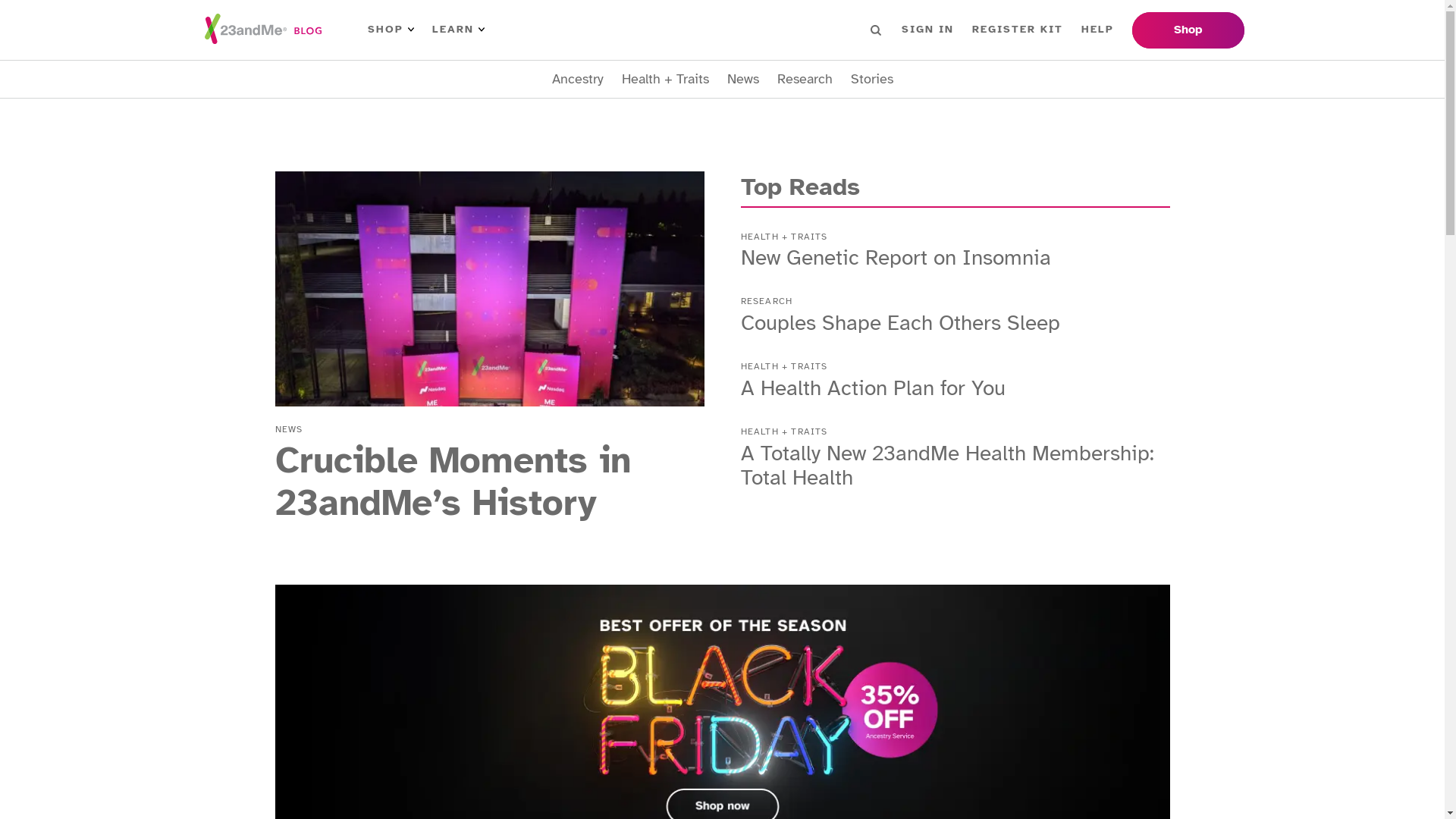 The width and height of the screenshot is (1456, 819). I want to click on 'SHOP', so click(390, 29).